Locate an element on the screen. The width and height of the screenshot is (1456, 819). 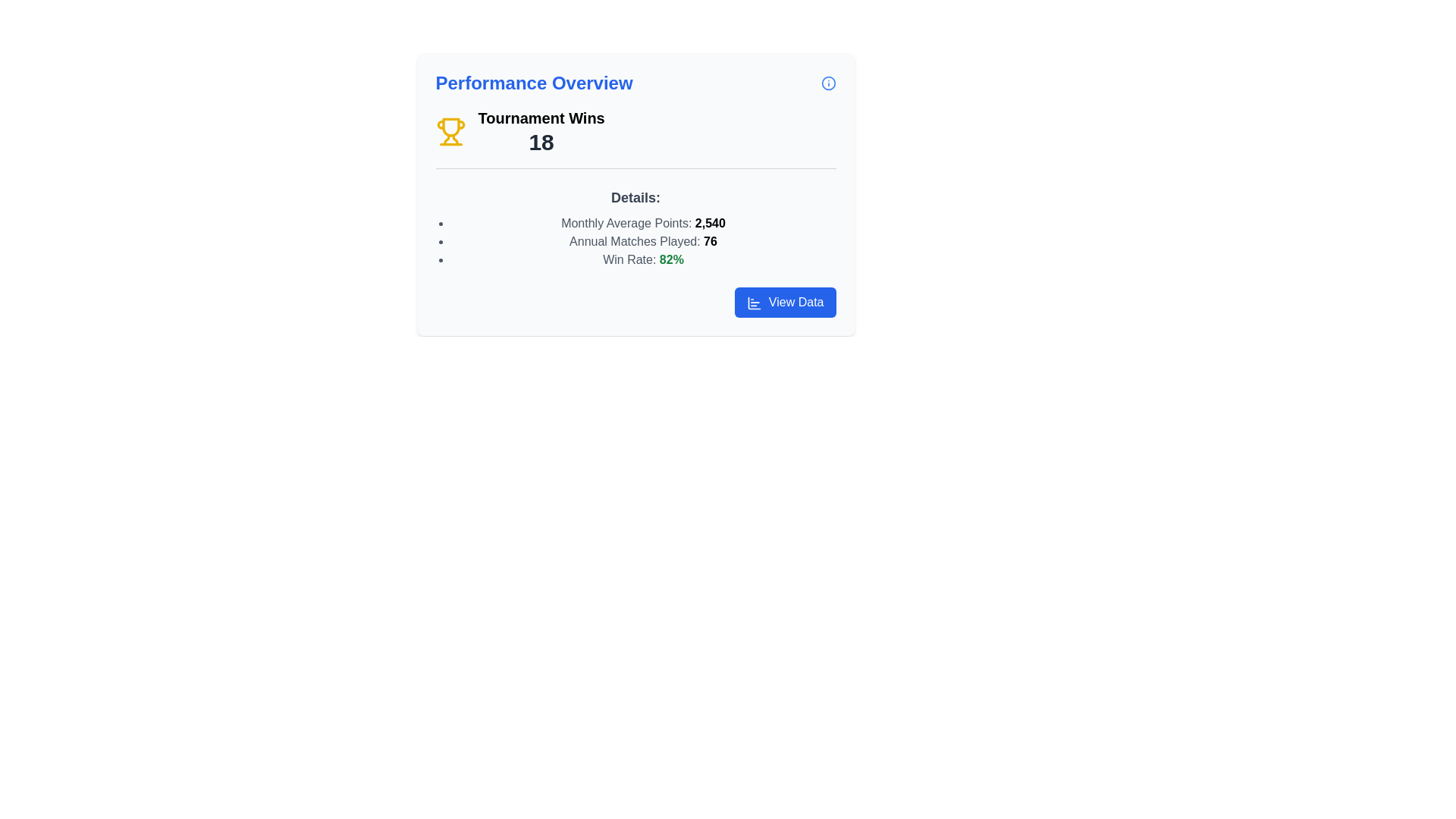
performance statistics displayed in the Textual Information Display, which is located in a white rounded-corner card below the 'Tournament Wins' section is located at coordinates (635, 227).